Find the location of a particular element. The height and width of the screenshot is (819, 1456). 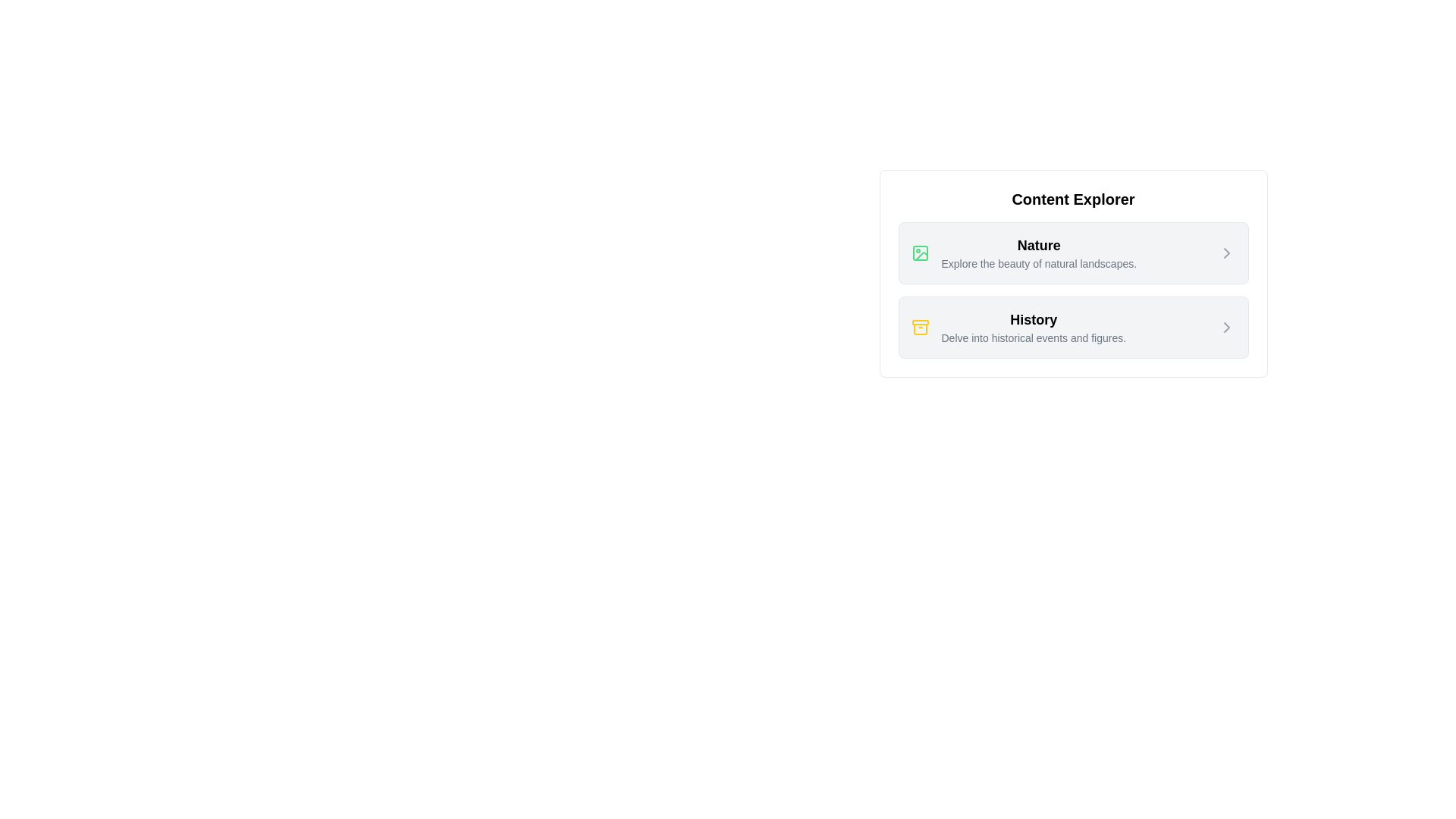

the 'Nature' Card located at the top of the vertical list in the 'Content Explorer' section is located at coordinates (1072, 253).